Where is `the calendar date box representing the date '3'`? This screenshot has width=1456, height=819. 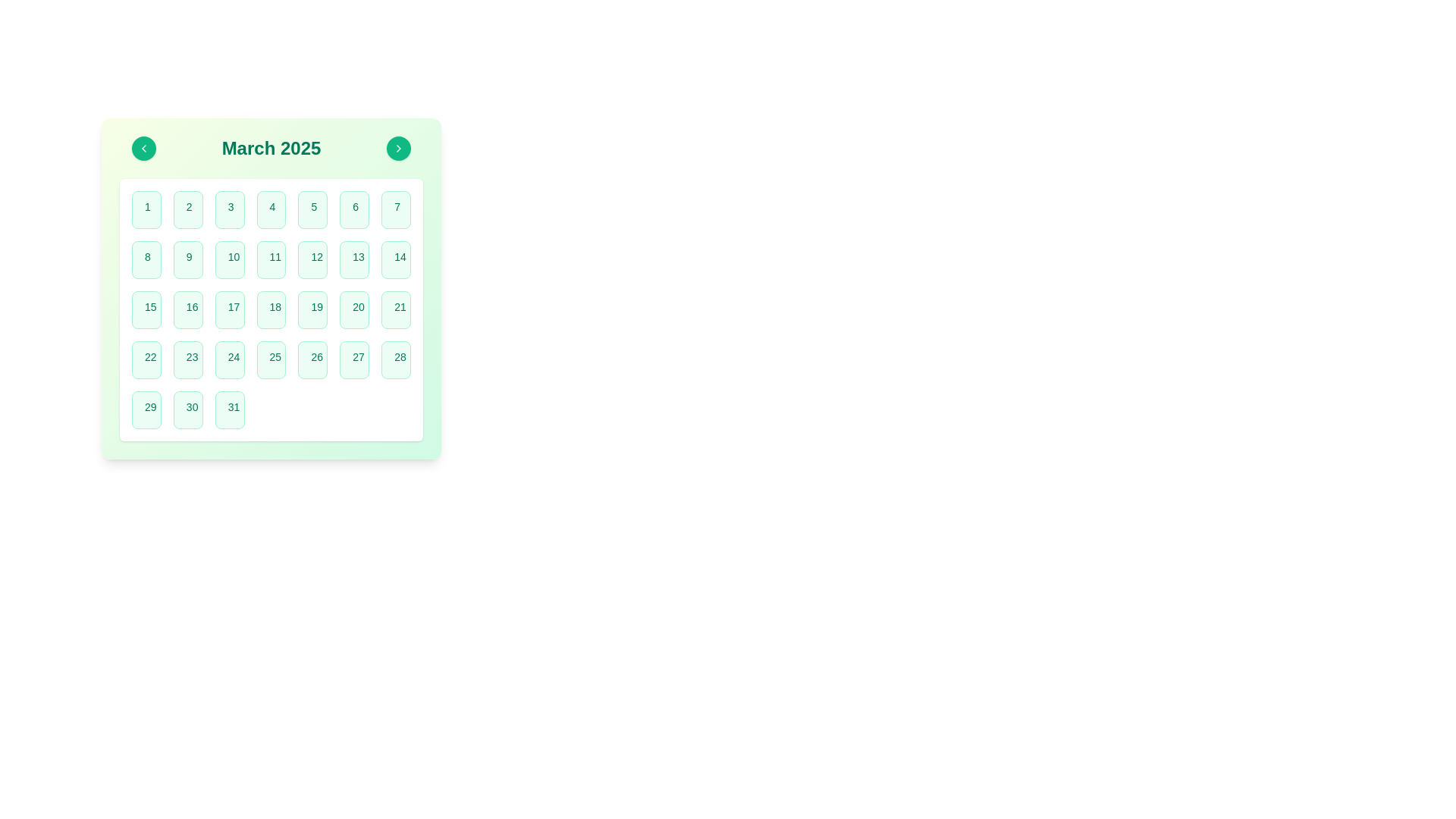 the calendar date box representing the date '3' is located at coordinates (229, 210).